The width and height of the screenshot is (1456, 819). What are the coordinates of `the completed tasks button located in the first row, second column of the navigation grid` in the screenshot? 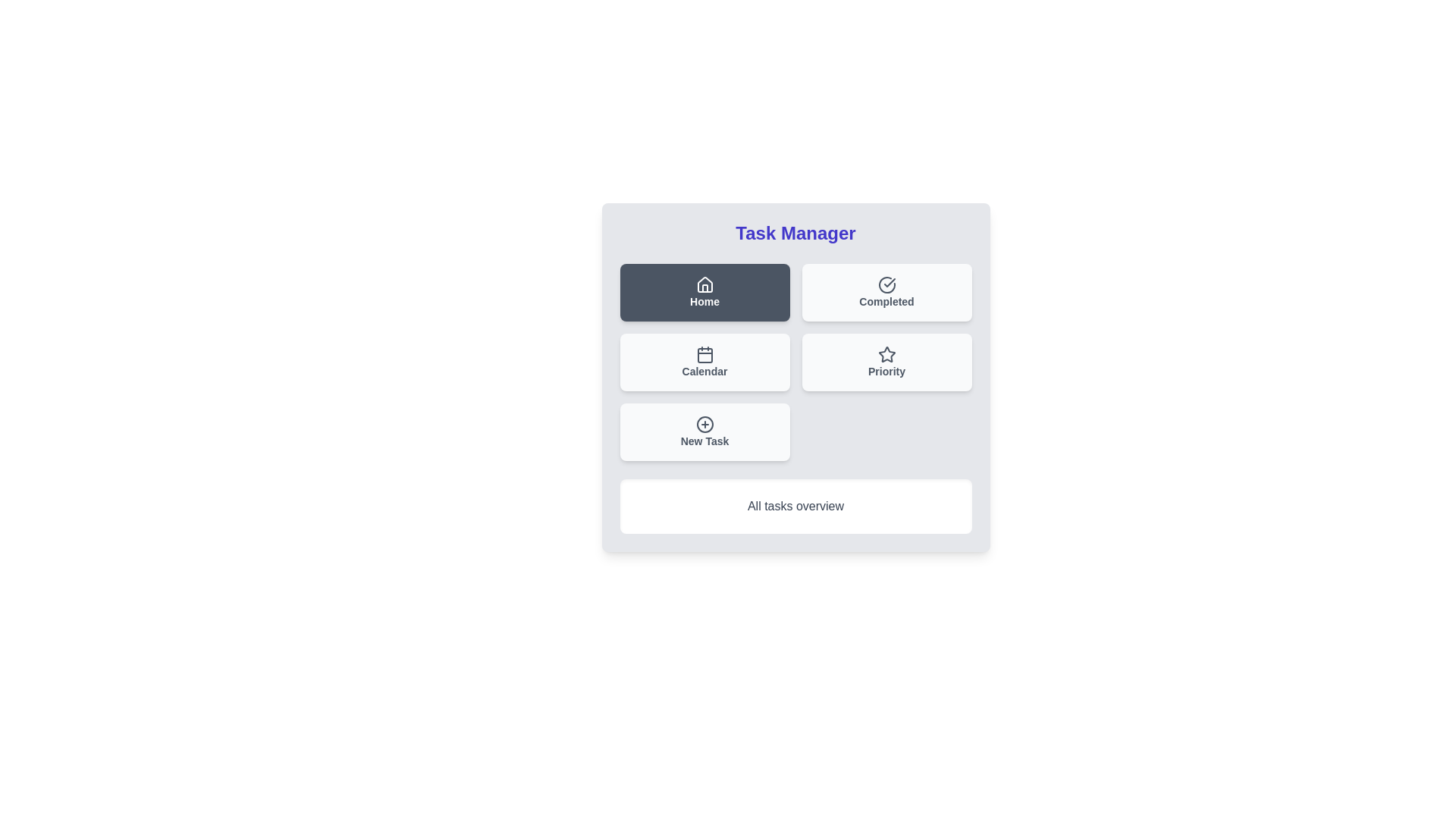 It's located at (886, 292).